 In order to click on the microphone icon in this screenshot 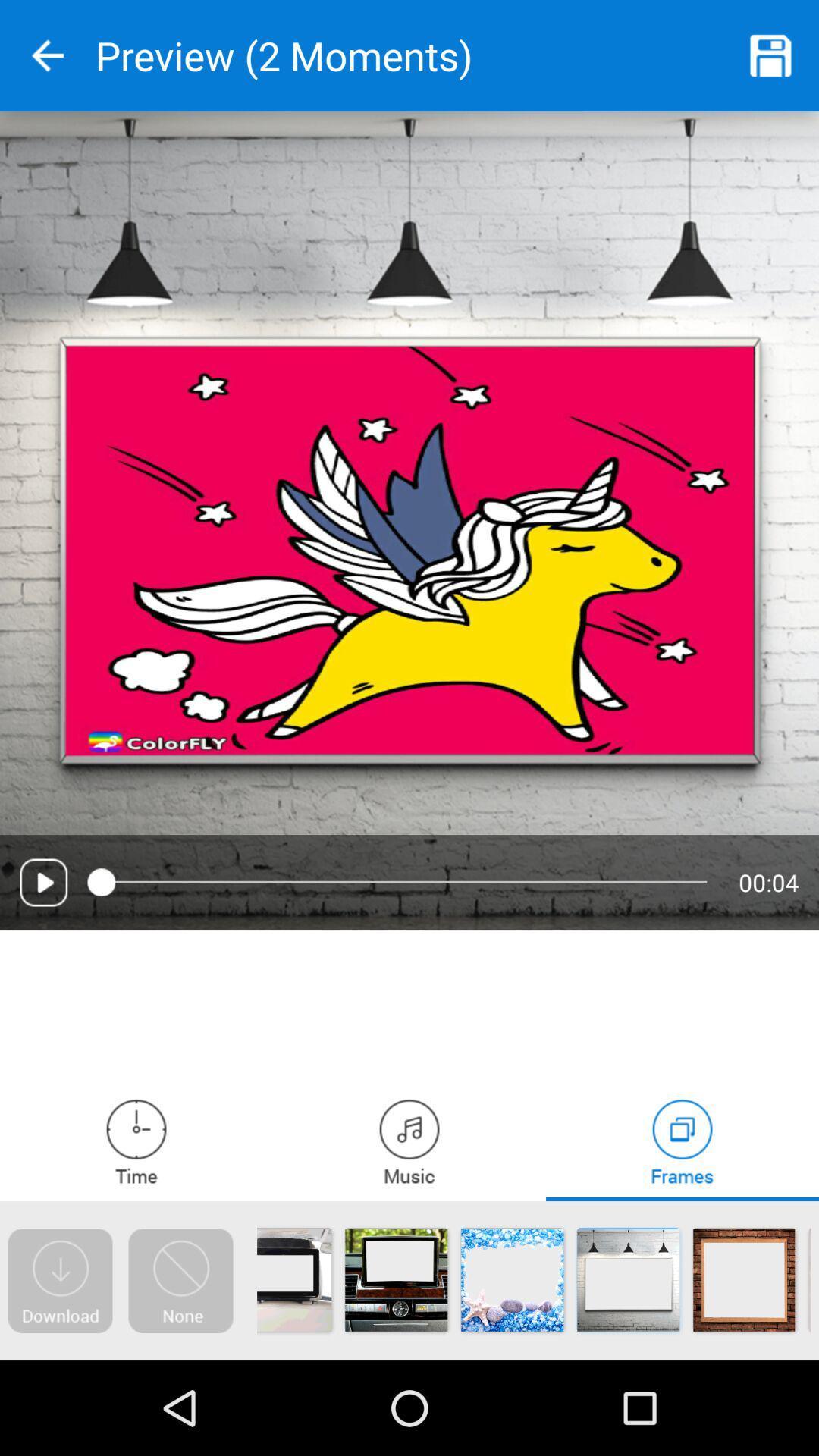, I will do `click(409, 1141)`.